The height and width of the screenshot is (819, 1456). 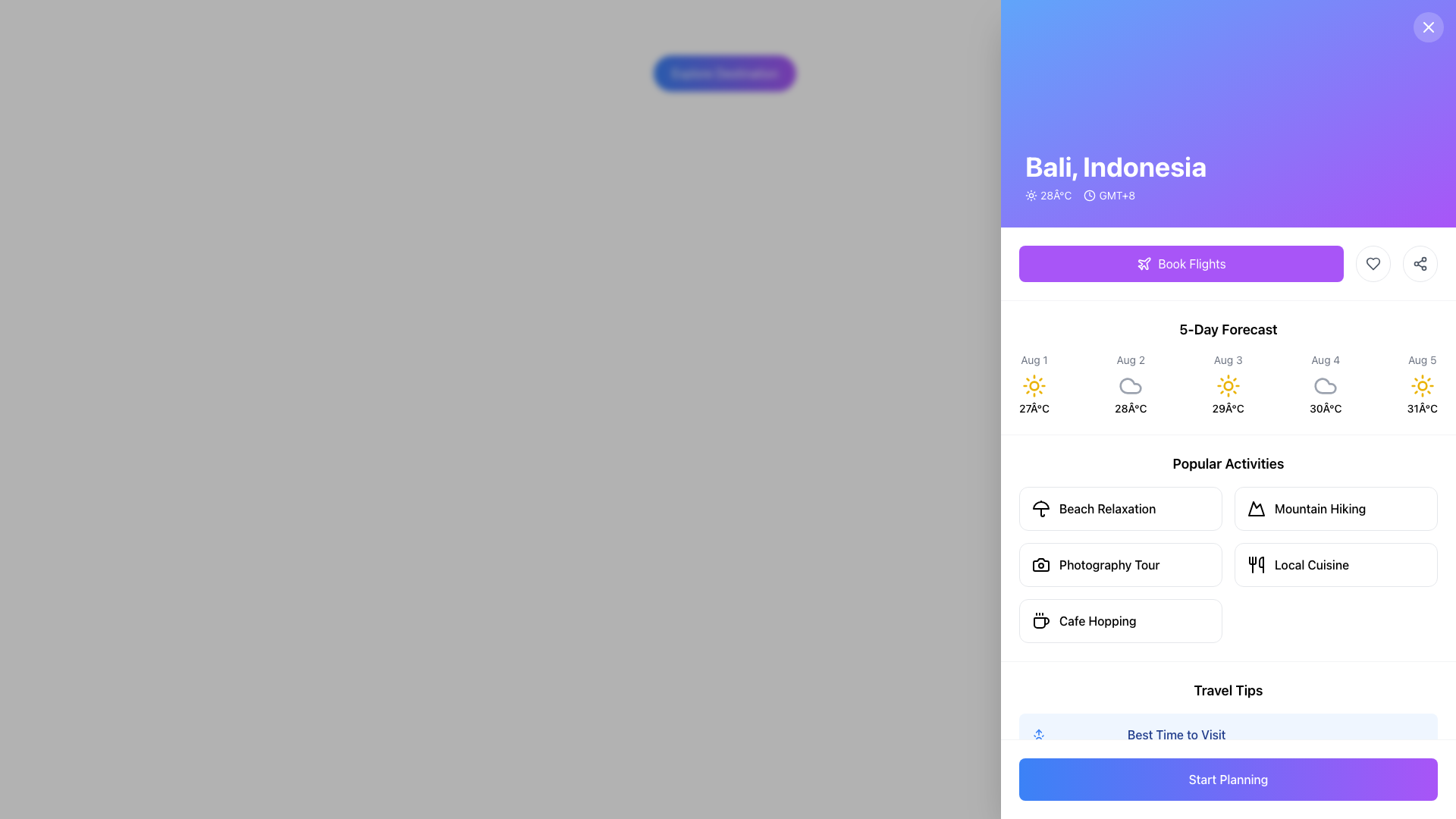 I want to click on the sunny weather icon in the '5-Day Forecast' section that represents the forecast for August 5, so click(x=1421, y=385).